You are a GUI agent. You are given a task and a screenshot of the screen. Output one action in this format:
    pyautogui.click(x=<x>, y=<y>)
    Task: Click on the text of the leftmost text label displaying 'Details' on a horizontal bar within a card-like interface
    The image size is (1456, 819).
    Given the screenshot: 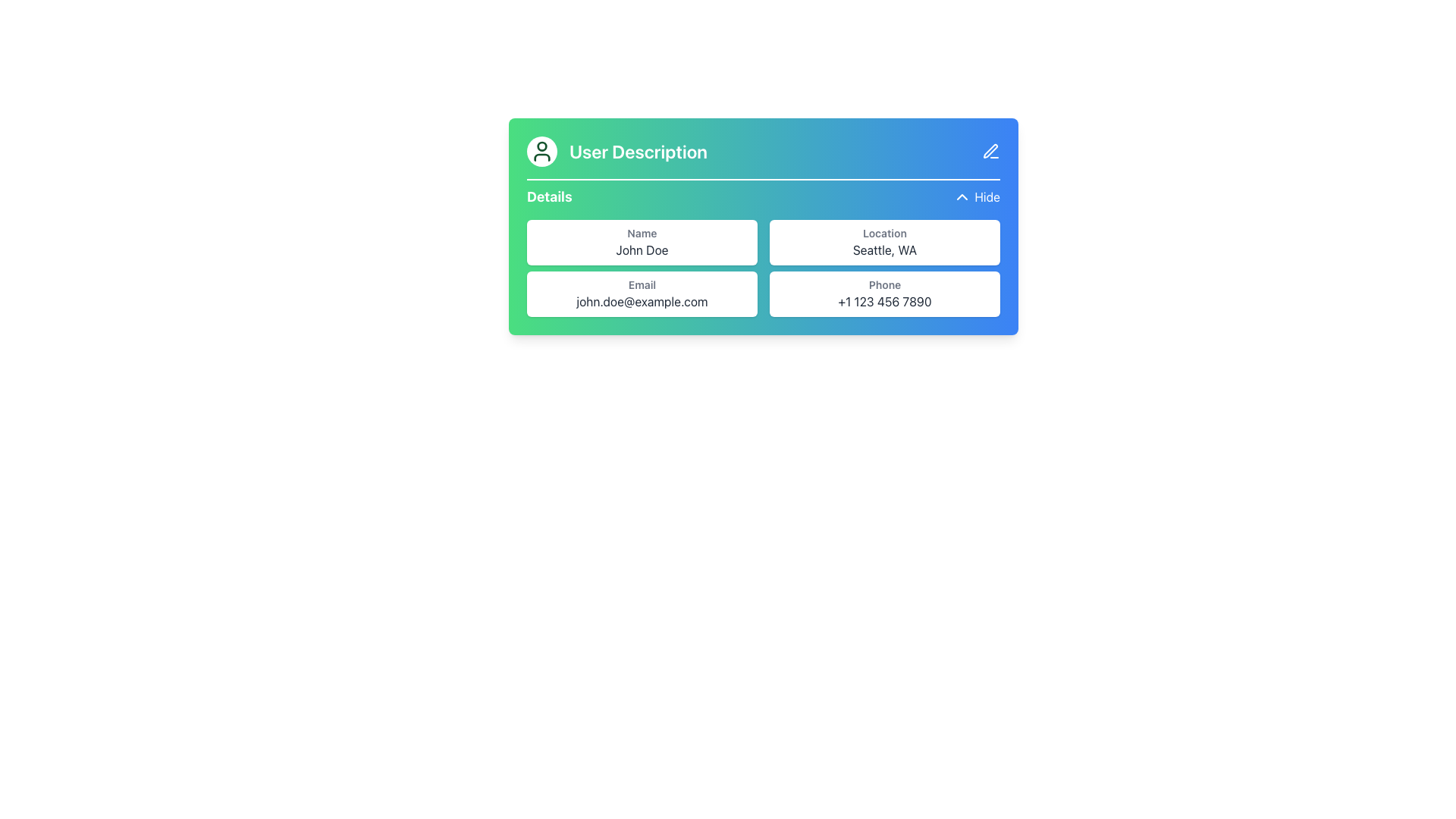 What is the action you would take?
    pyautogui.click(x=548, y=196)
    